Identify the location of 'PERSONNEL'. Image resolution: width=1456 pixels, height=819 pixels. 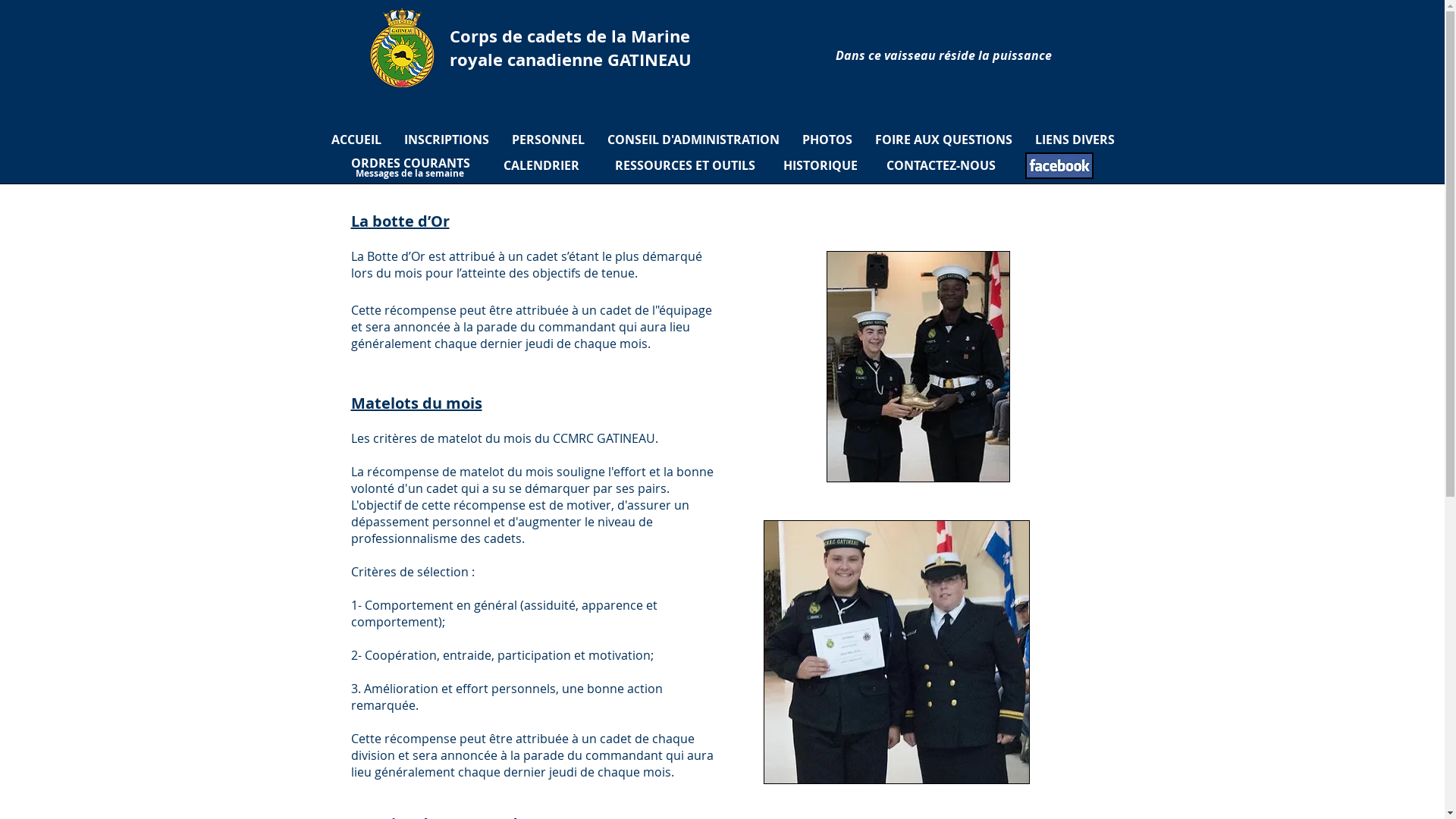
(500, 140).